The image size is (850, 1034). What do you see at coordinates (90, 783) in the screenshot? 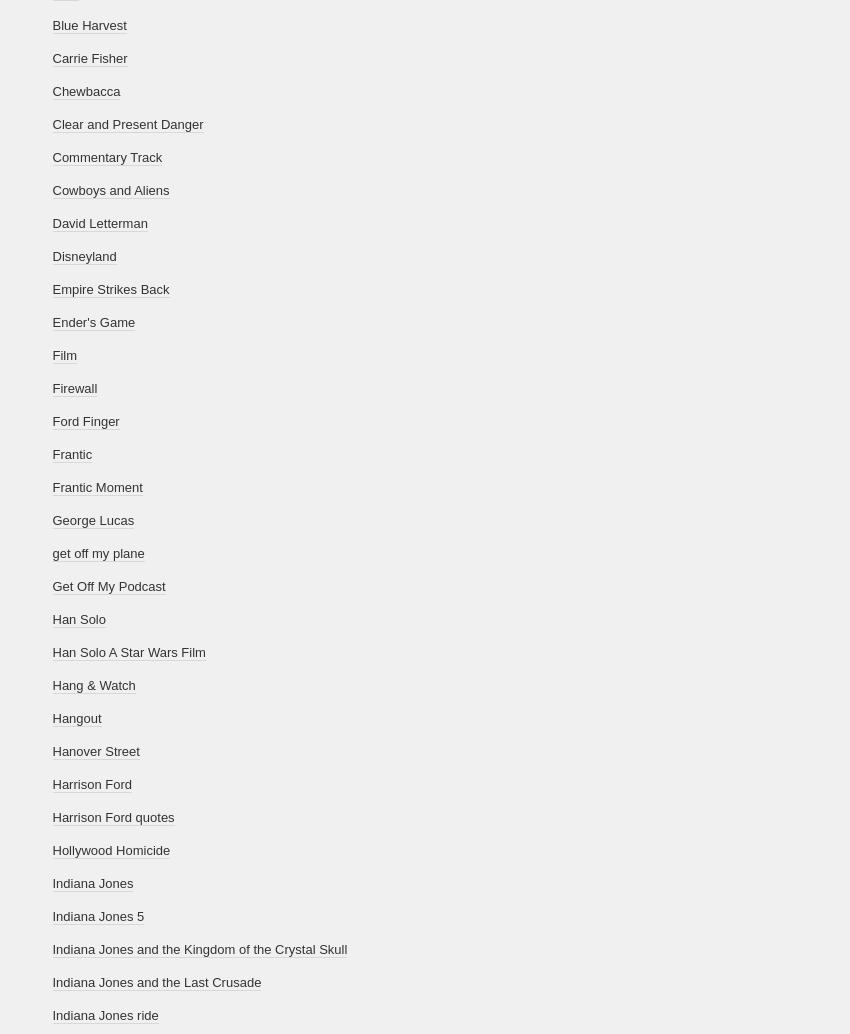
I see `'Harrison Ford'` at bounding box center [90, 783].